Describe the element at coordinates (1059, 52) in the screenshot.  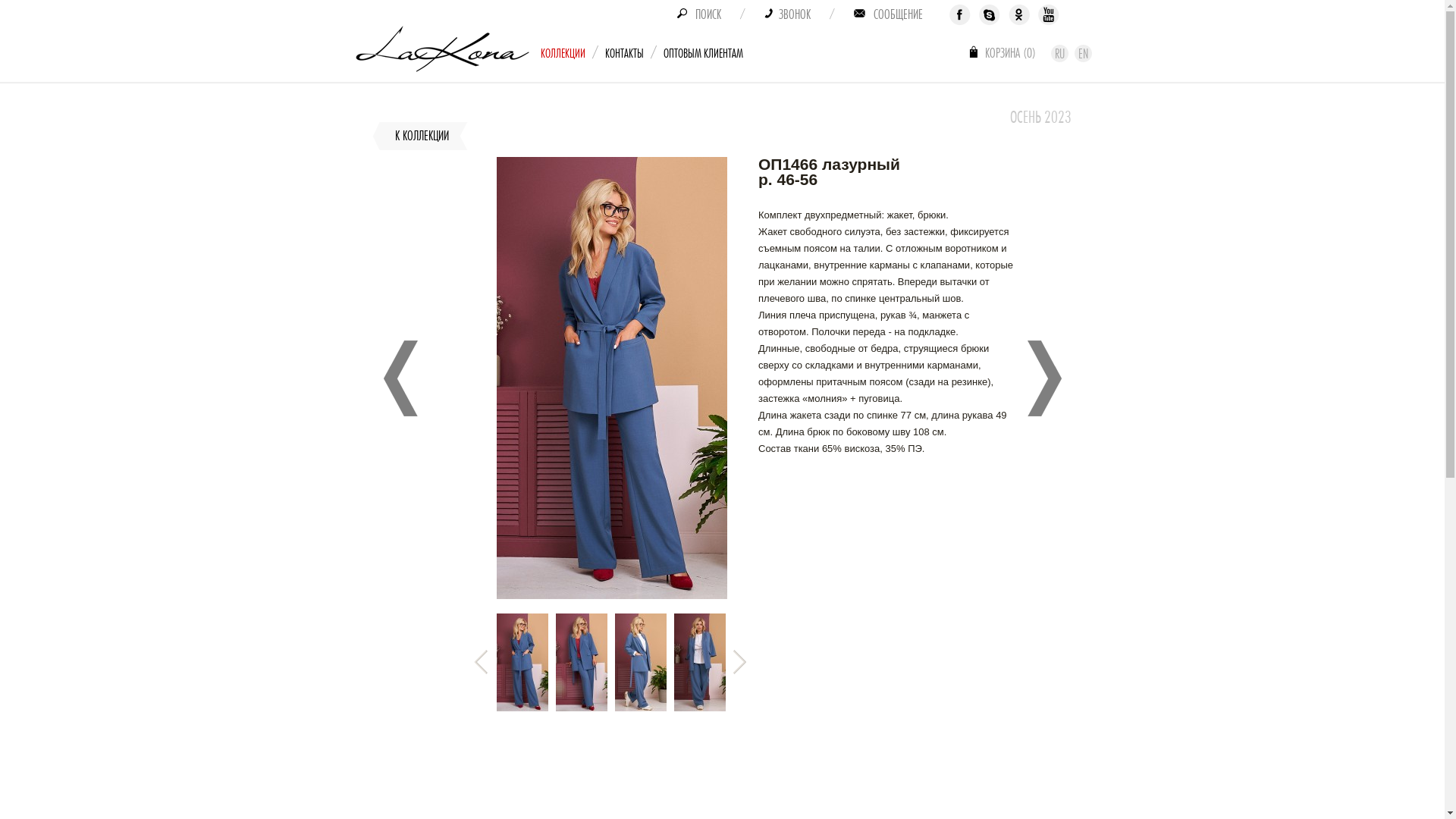
I see `'RU'` at that location.